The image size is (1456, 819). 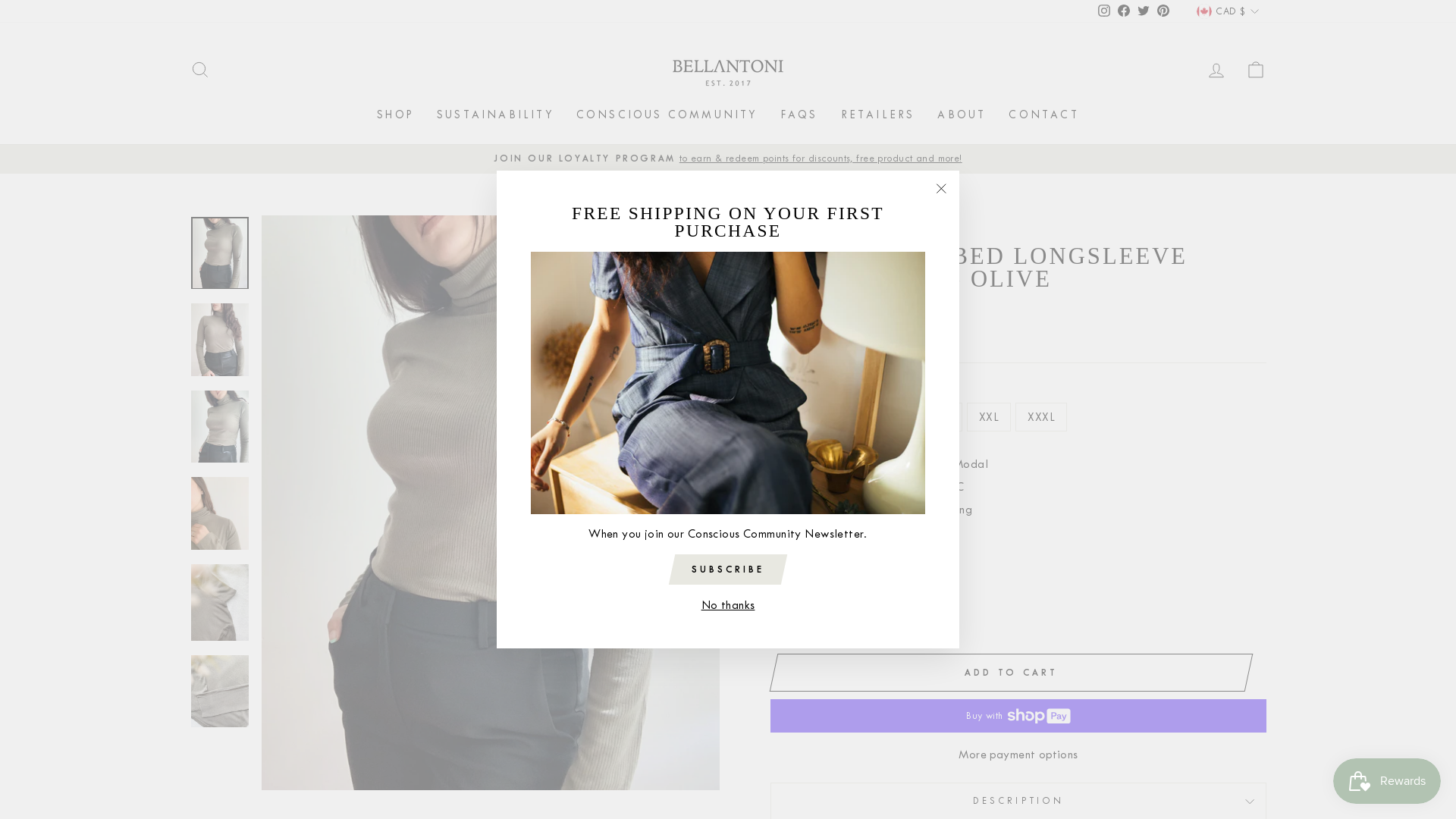 What do you see at coordinates (676, 570) in the screenshot?
I see `'SUBSCRIBE'` at bounding box center [676, 570].